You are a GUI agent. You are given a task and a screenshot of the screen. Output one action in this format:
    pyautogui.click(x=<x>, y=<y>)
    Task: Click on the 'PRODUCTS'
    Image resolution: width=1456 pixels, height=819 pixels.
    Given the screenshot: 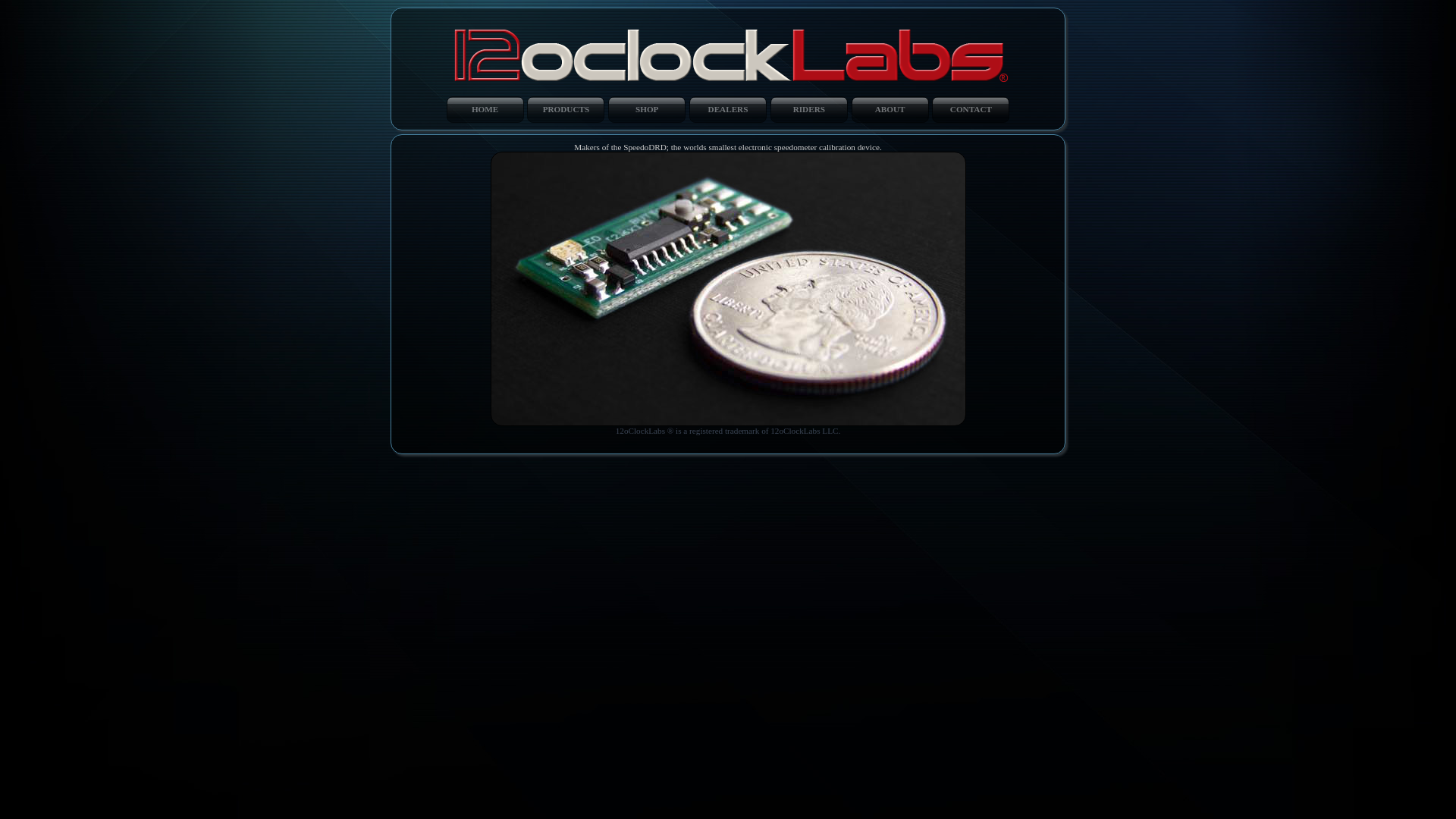 What is the action you would take?
    pyautogui.click(x=564, y=108)
    